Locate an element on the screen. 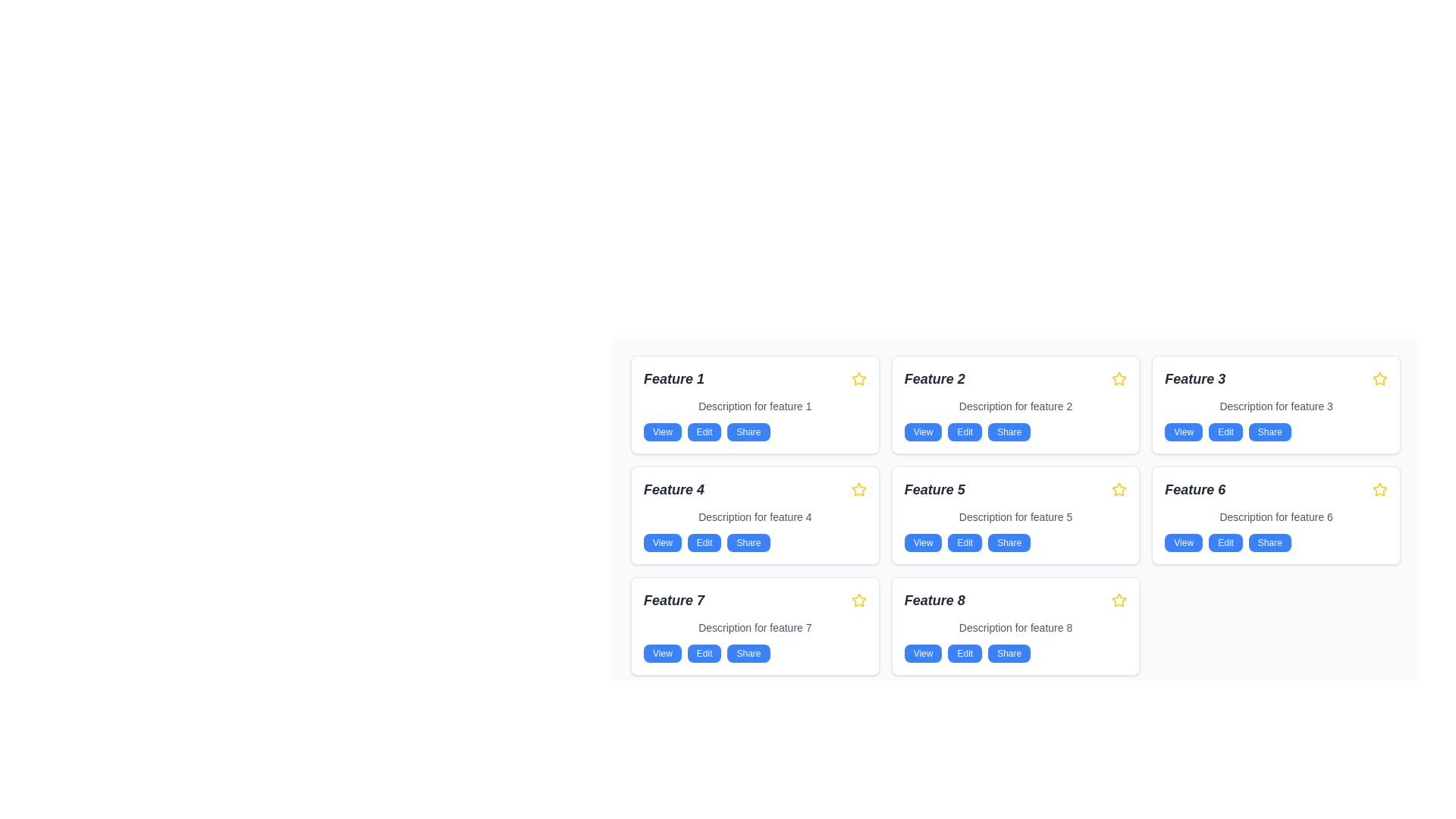 The image size is (1456, 819). the Text Label that serves as the title of the card labeled 'Feature 8', which is positioned in the bottom-right card of the grid layout is located at coordinates (934, 599).